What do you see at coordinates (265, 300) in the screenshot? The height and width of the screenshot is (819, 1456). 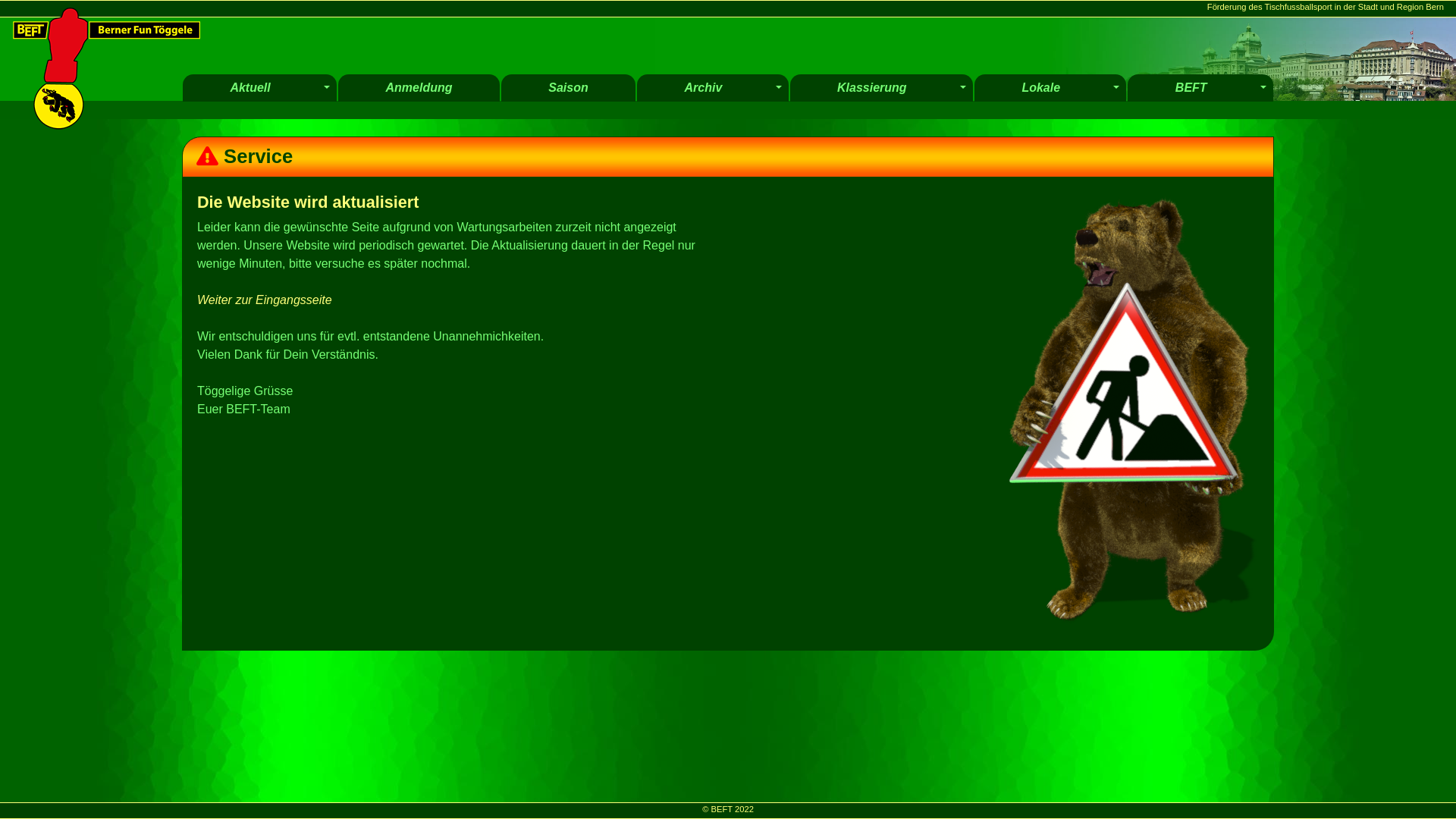 I see `'Weiter zur Eingangsseite'` at bounding box center [265, 300].